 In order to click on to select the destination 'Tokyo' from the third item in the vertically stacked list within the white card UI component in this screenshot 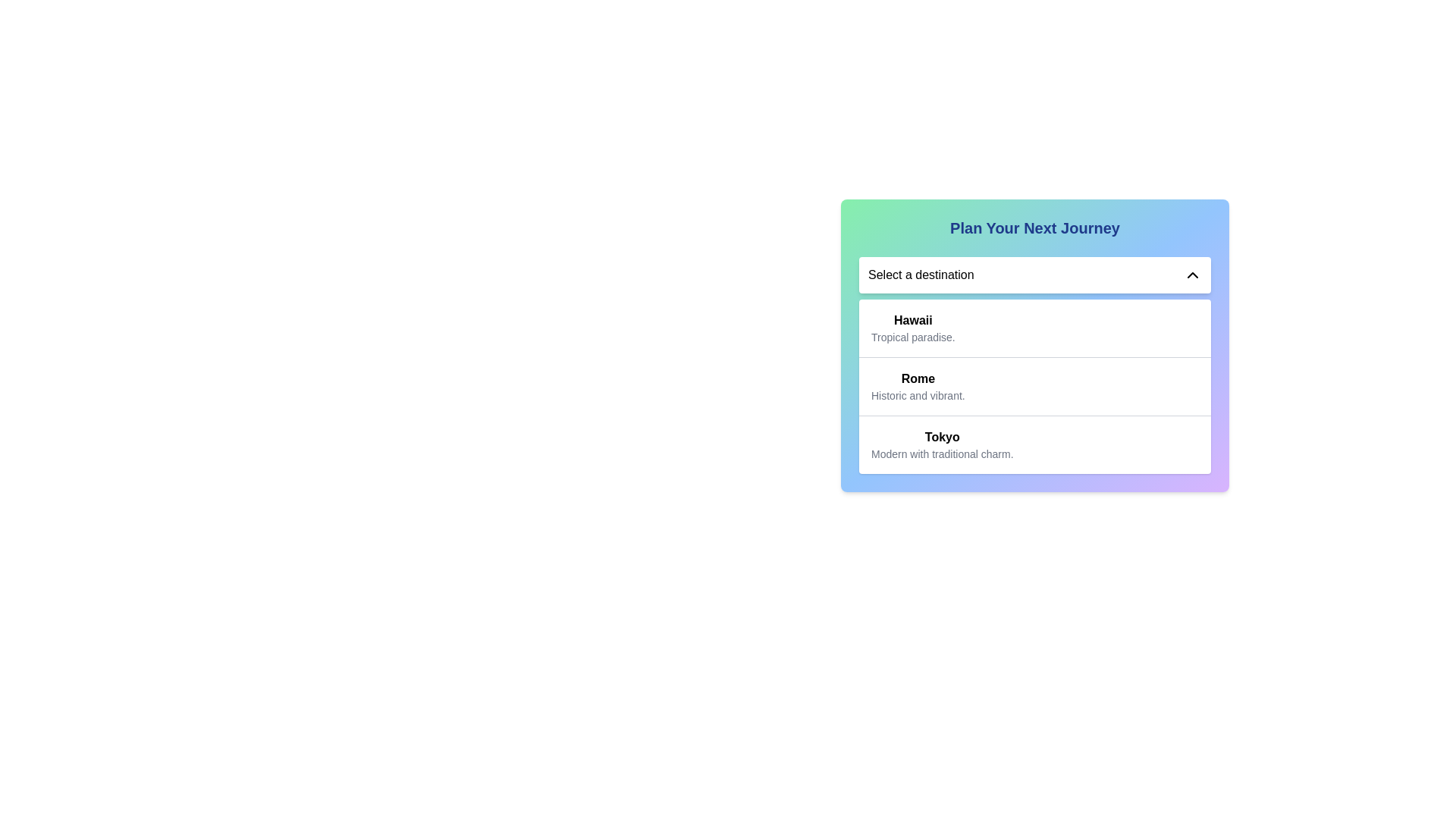, I will do `click(1034, 444)`.